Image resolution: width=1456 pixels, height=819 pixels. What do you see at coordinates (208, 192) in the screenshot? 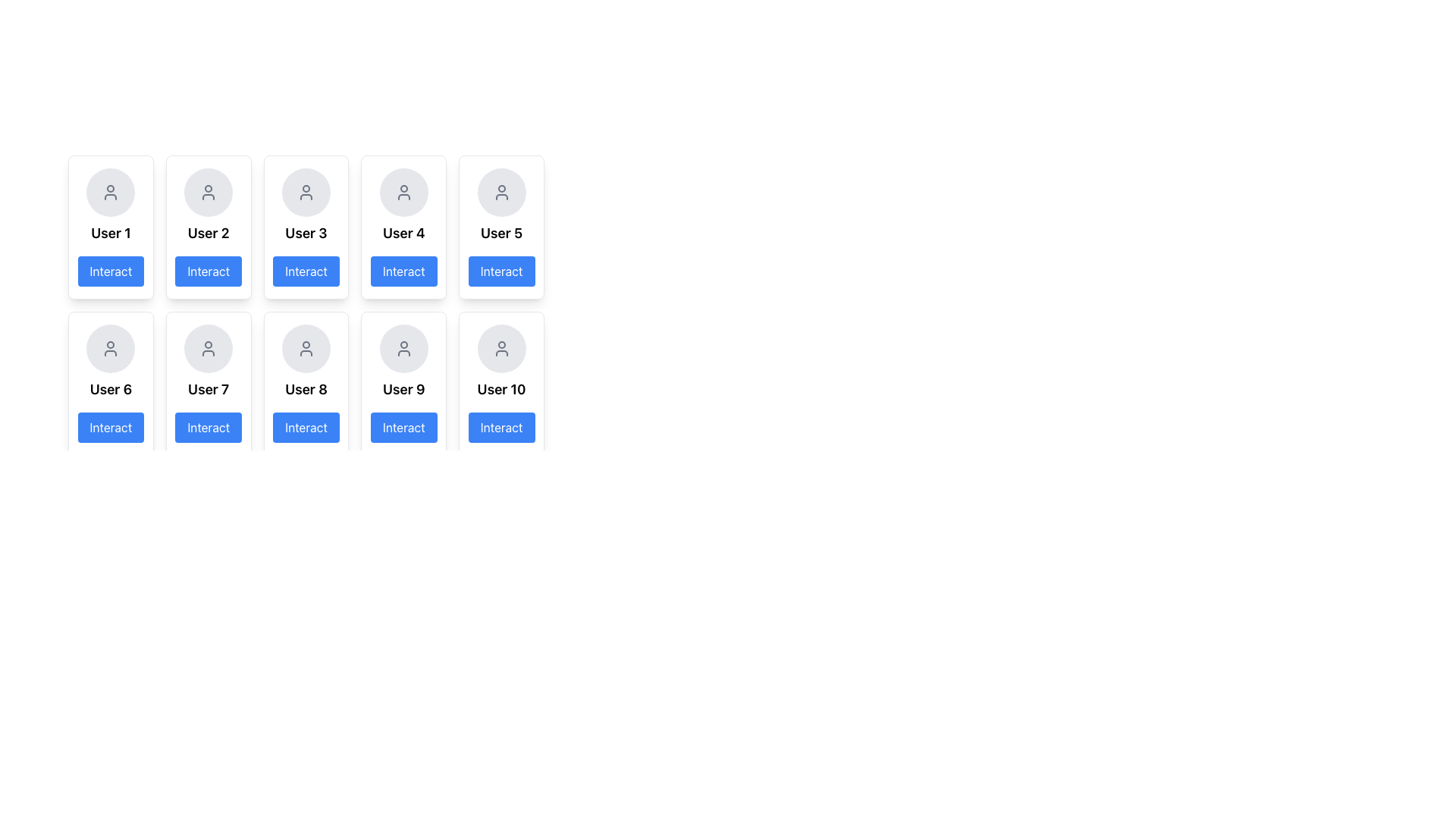
I see `the user profile icon located at the top center of the 'User 2' card, which is the second card in the first row and second column of the grid layout` at bounding box center [208, 192].